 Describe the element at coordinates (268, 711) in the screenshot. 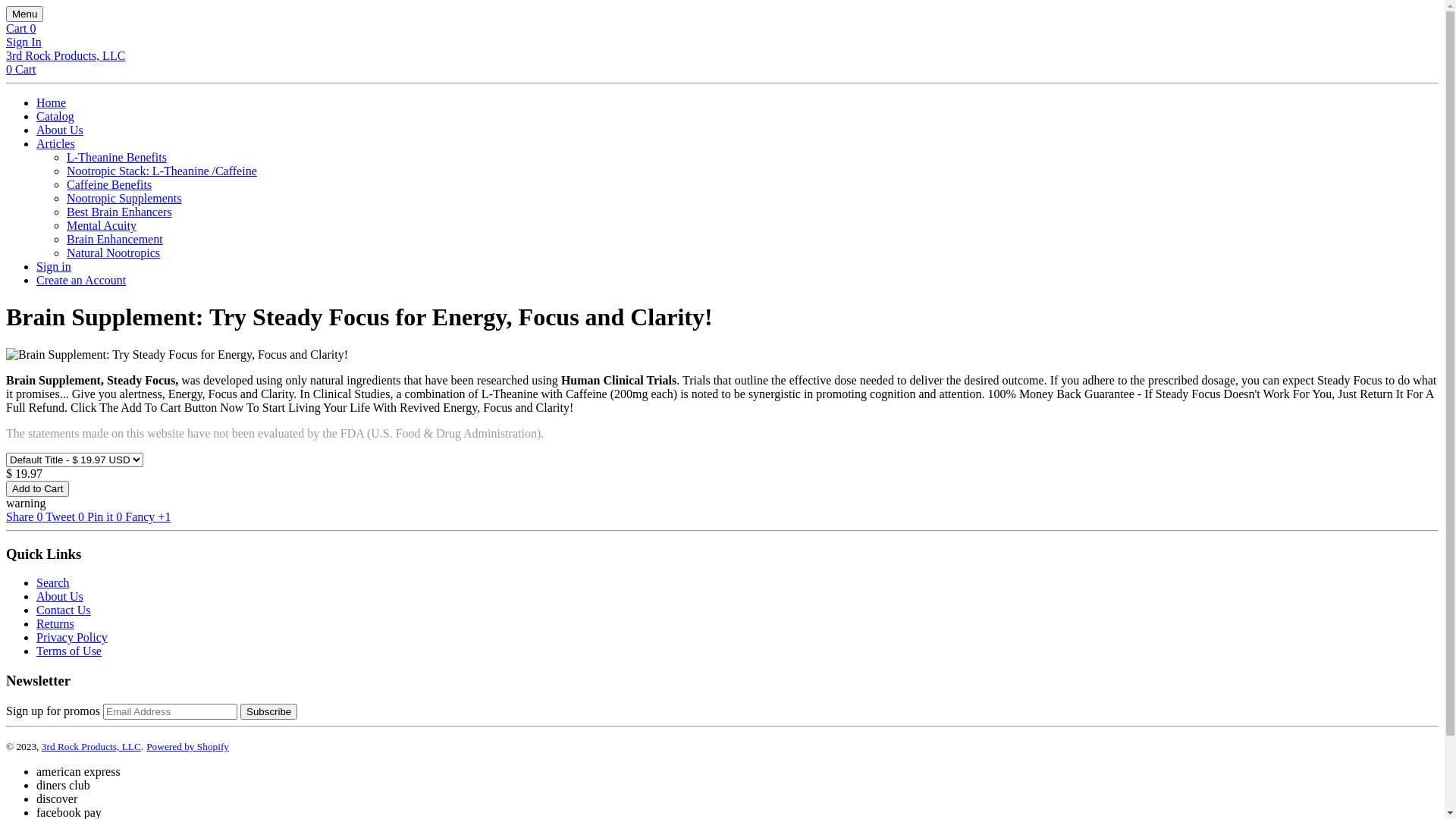

I see `'Subscribe'` at that location.